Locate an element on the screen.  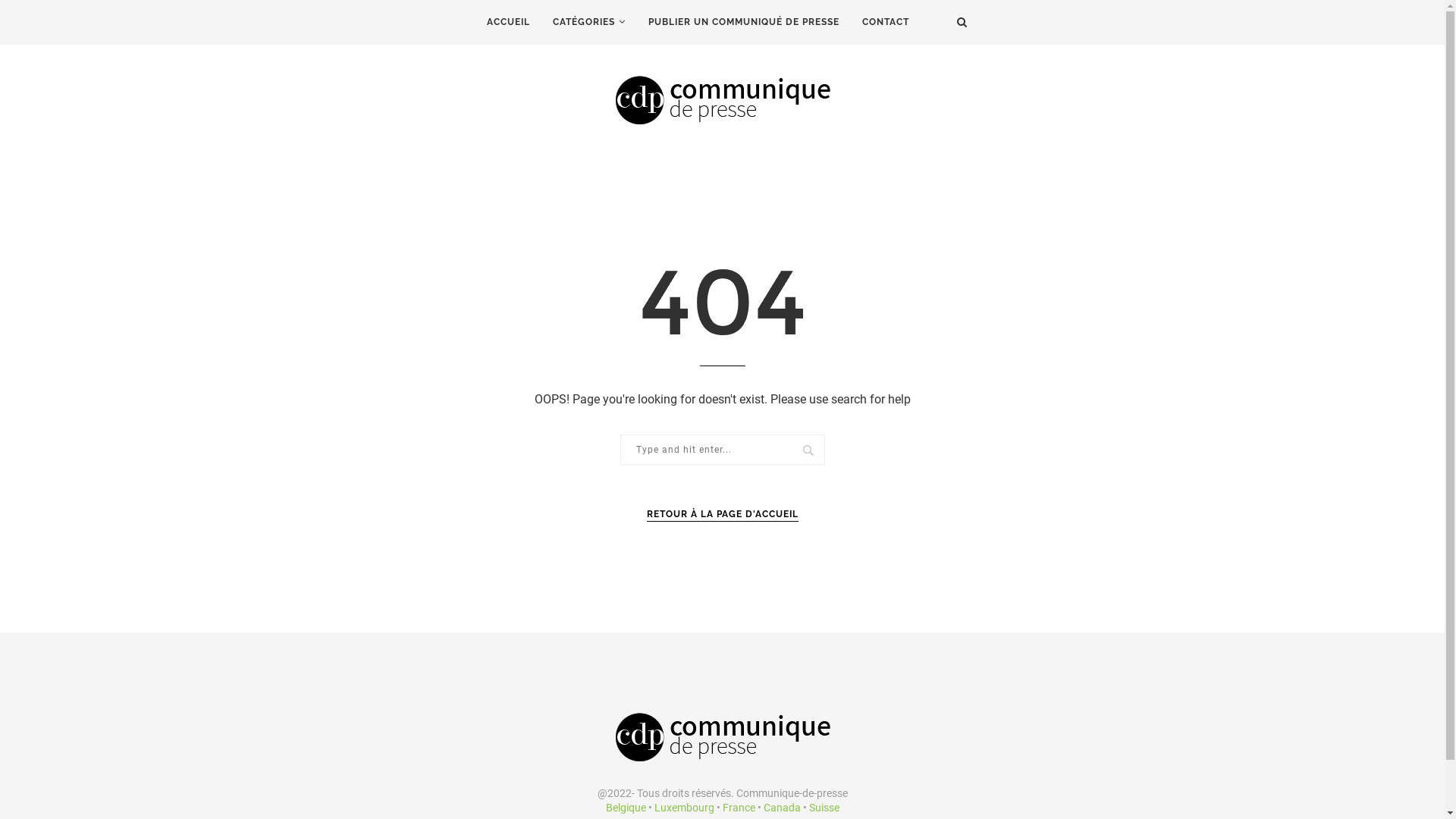
'France' is located at coordinates (720, 806).